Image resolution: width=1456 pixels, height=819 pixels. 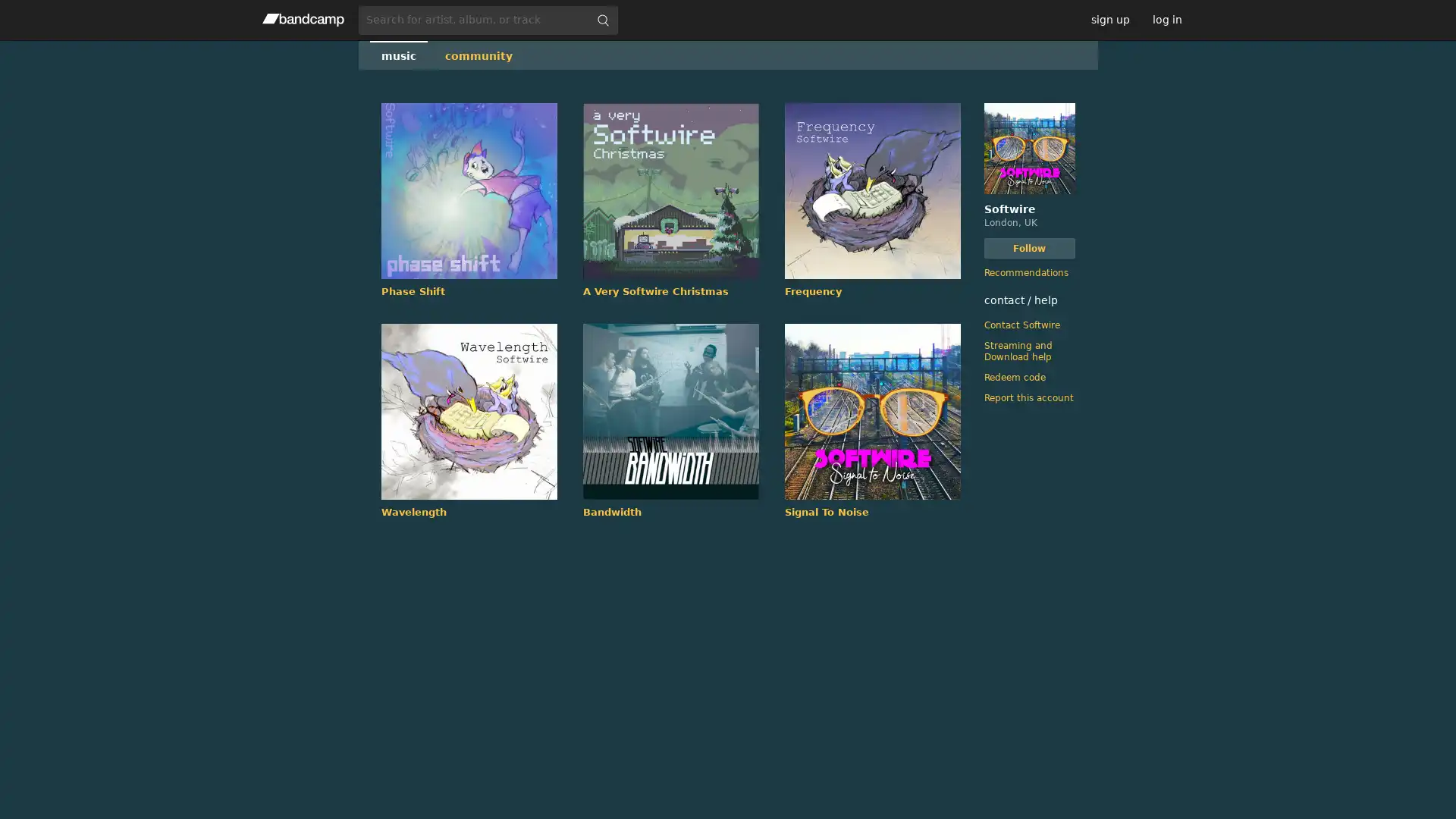 I want to click on submit for full search page, so click(x=602, y=20).